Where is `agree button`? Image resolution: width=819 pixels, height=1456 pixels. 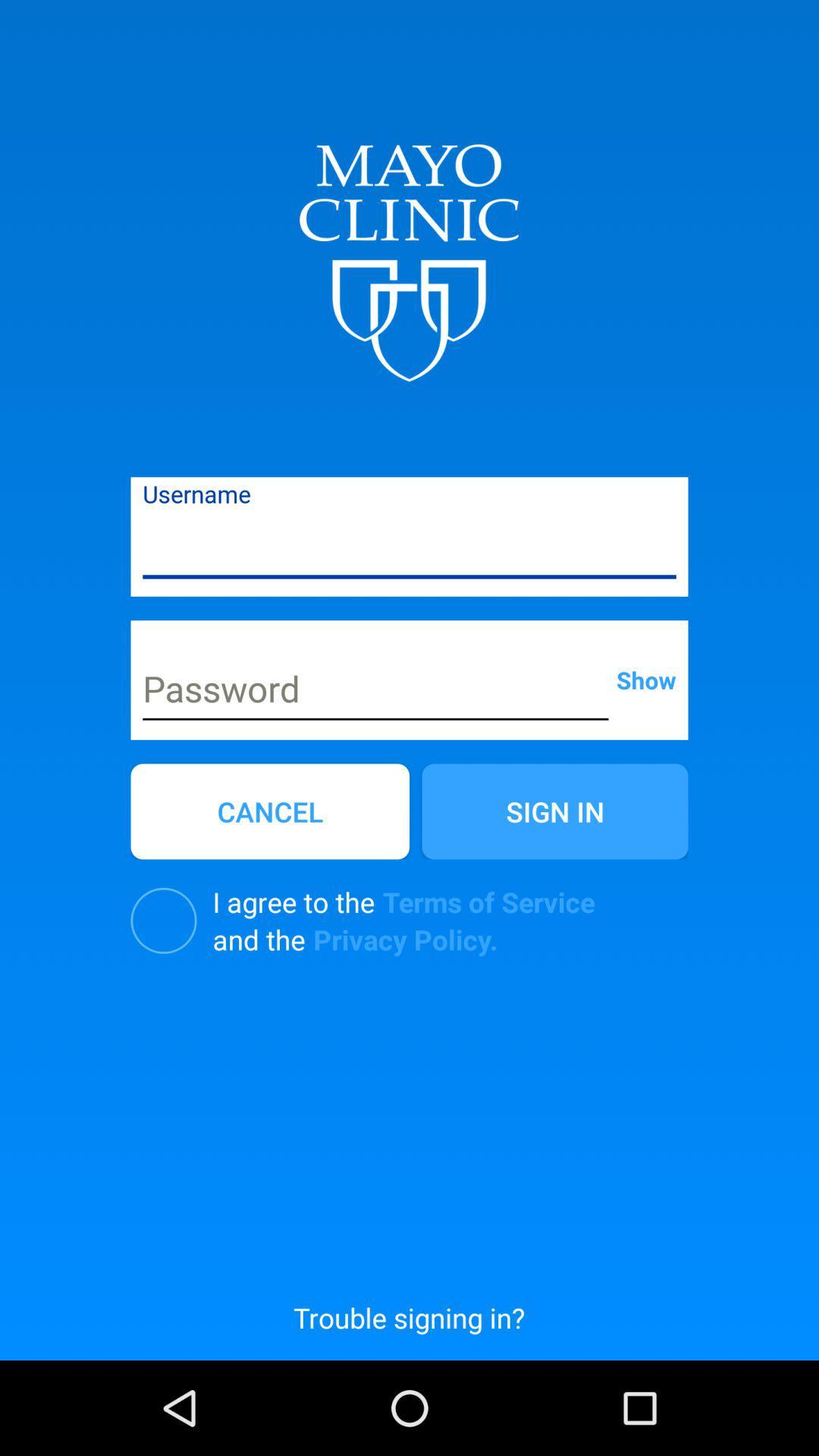 agree button is located at coordinates (164, 920).